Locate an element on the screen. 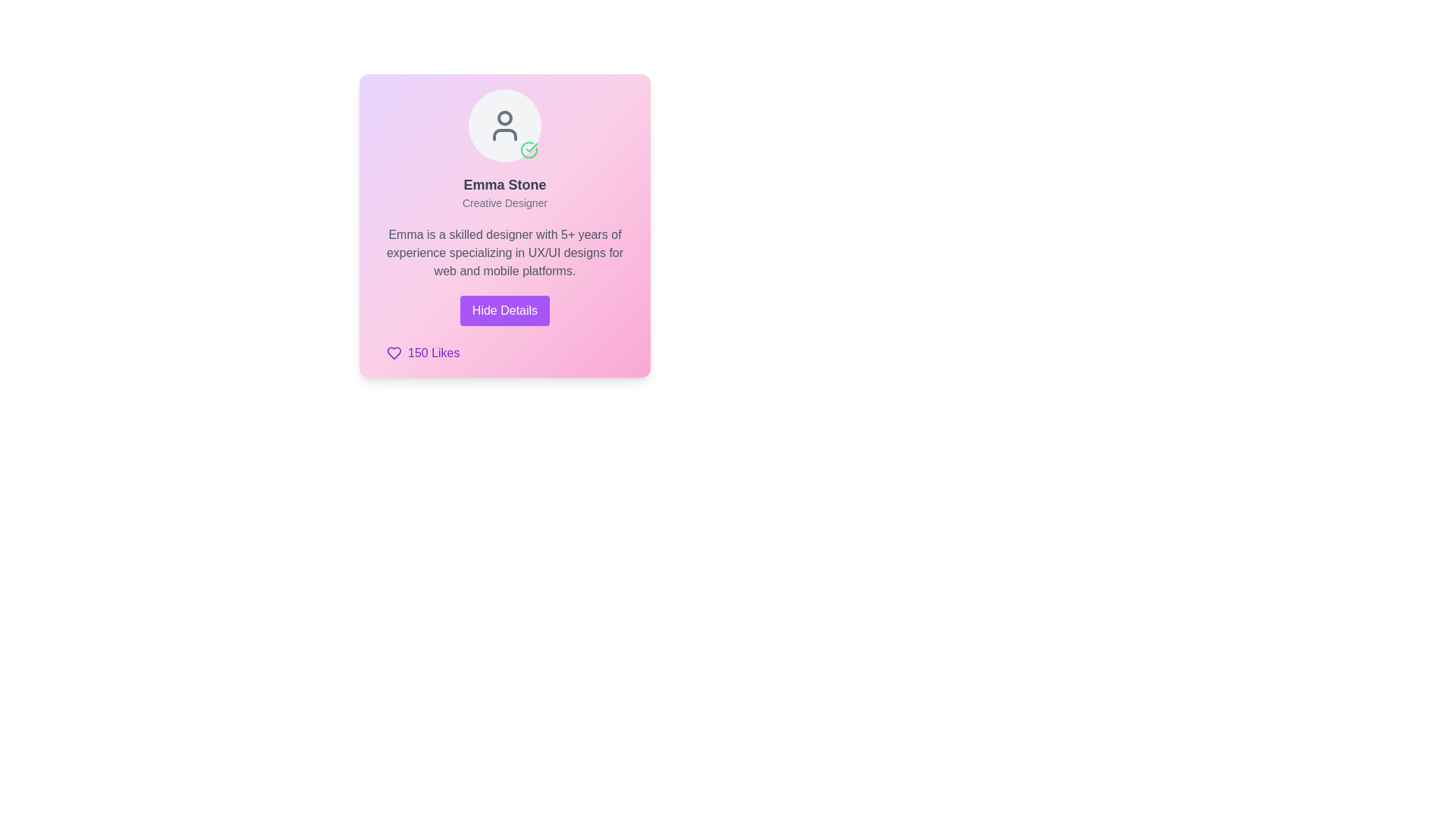 The width and height of the screenshot is (1456, 819). the circular profile picture placeholder with a gray background and a user icon, located at the top-center of the card, above the name 'Emma Stone' is located at coordinates (505, 124).